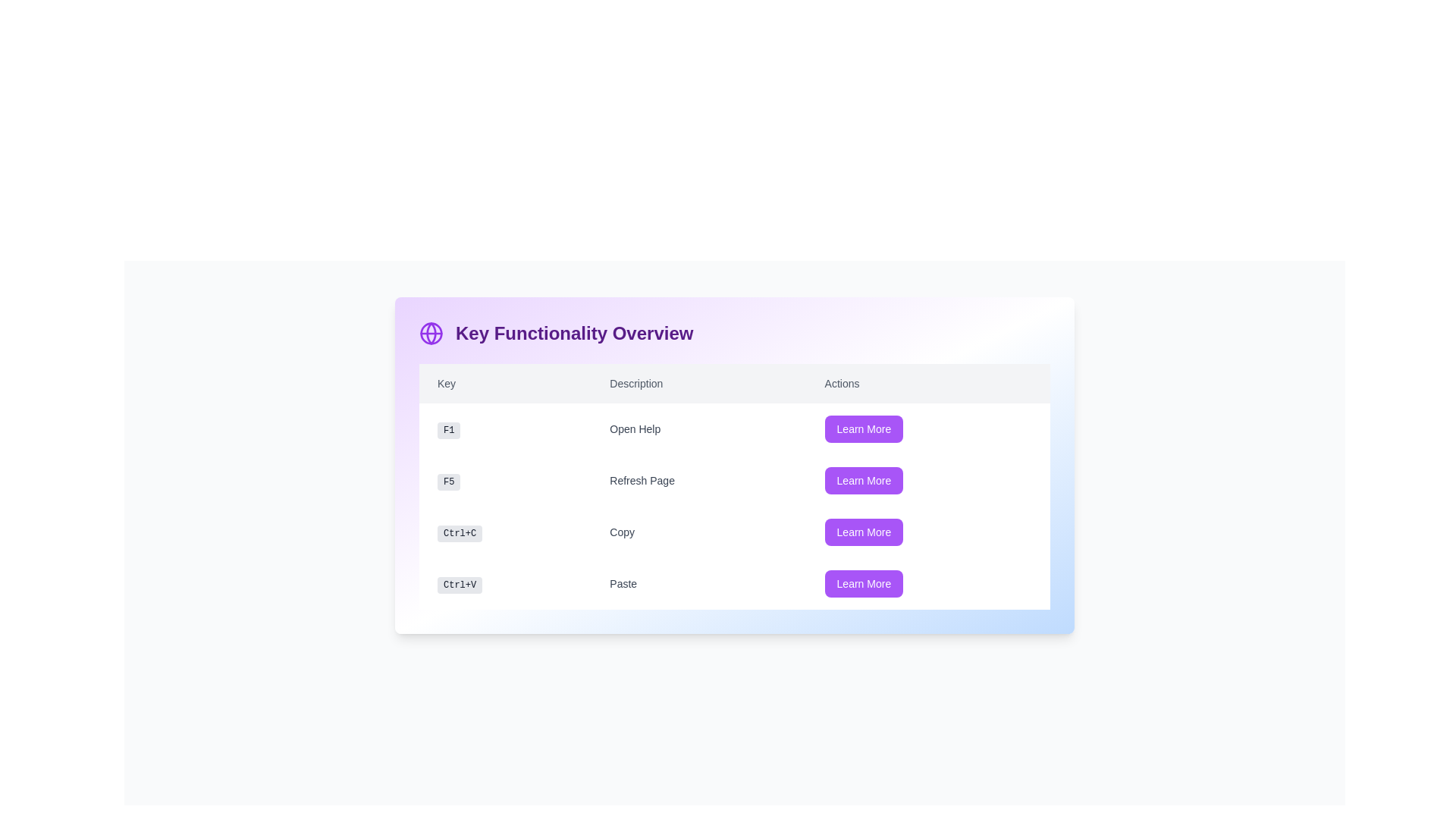 The height and width of the screenshot is (819, 1456). What do you see at coordinates (448, 482) in the screenshot?
I see `the static label or badge displaying 'F5' in the 'Key' column of the Key Functionality Overview table` at bounding box center [448, 482].